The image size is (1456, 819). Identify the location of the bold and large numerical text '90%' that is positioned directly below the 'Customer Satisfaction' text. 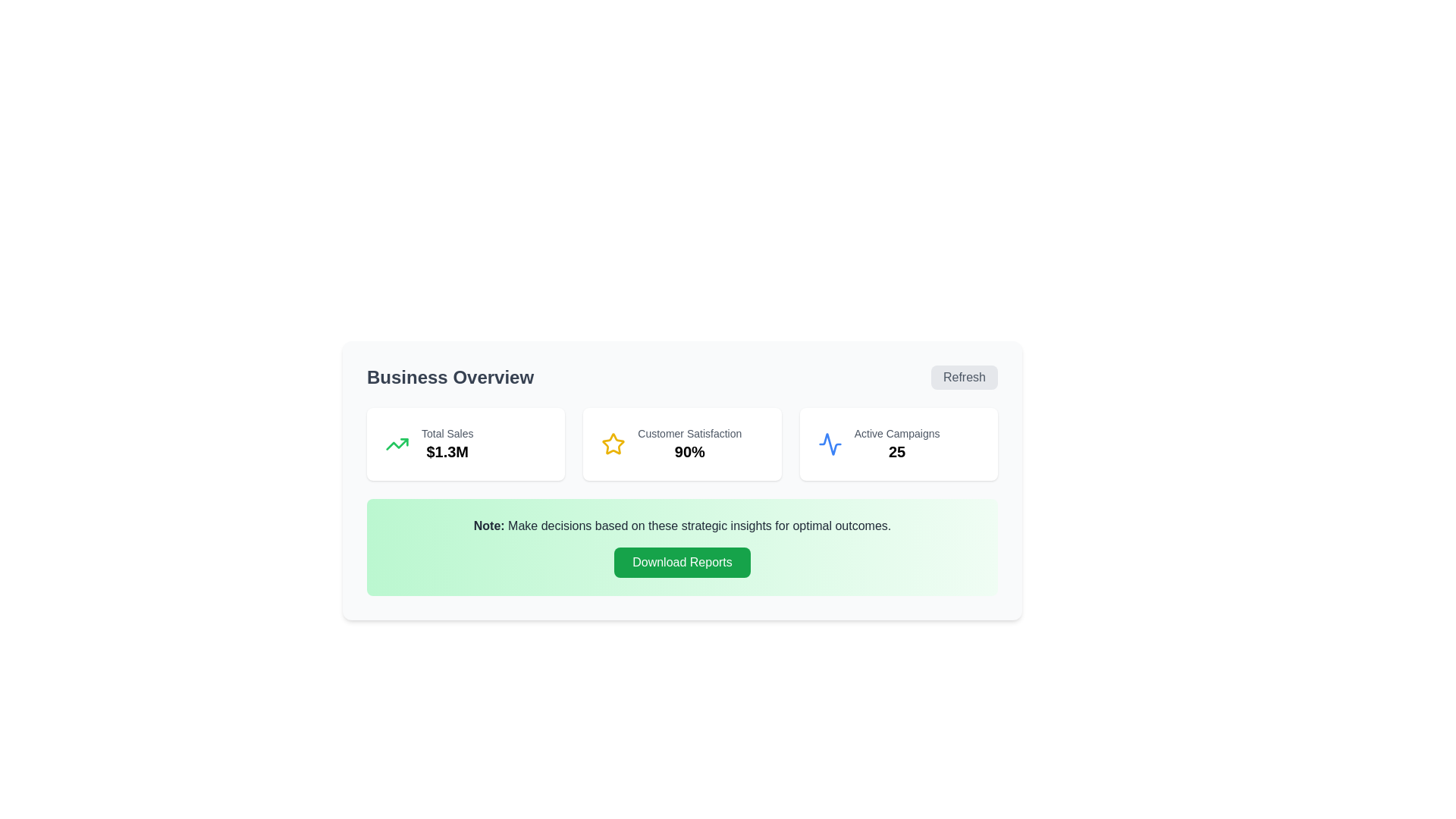
(689, 451).